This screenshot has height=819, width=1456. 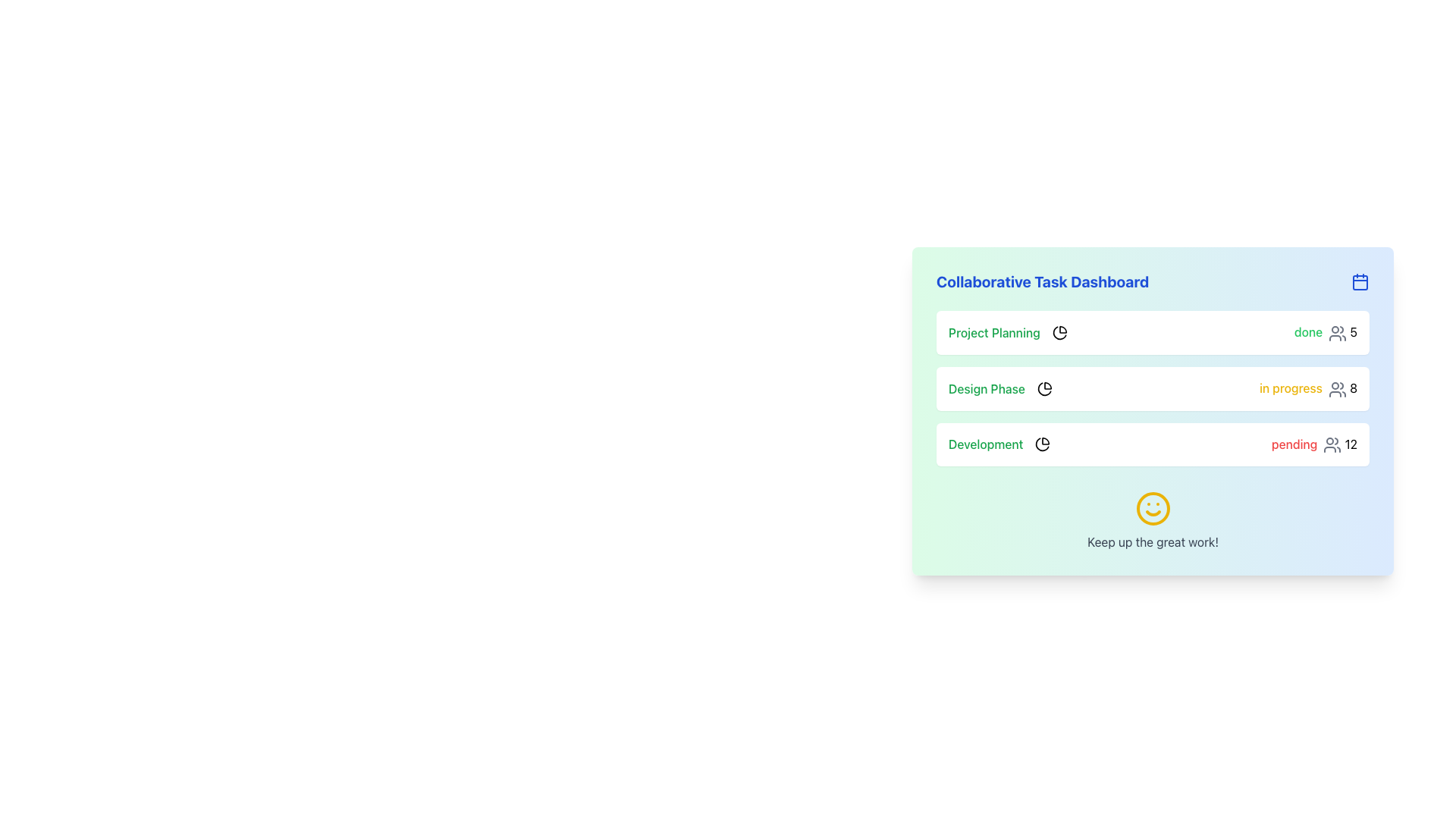 I want to click on or interpret the completion status from the Label located at the right end of the 'Project Planning' row in the dashboard, so click(x=1307, y=331).